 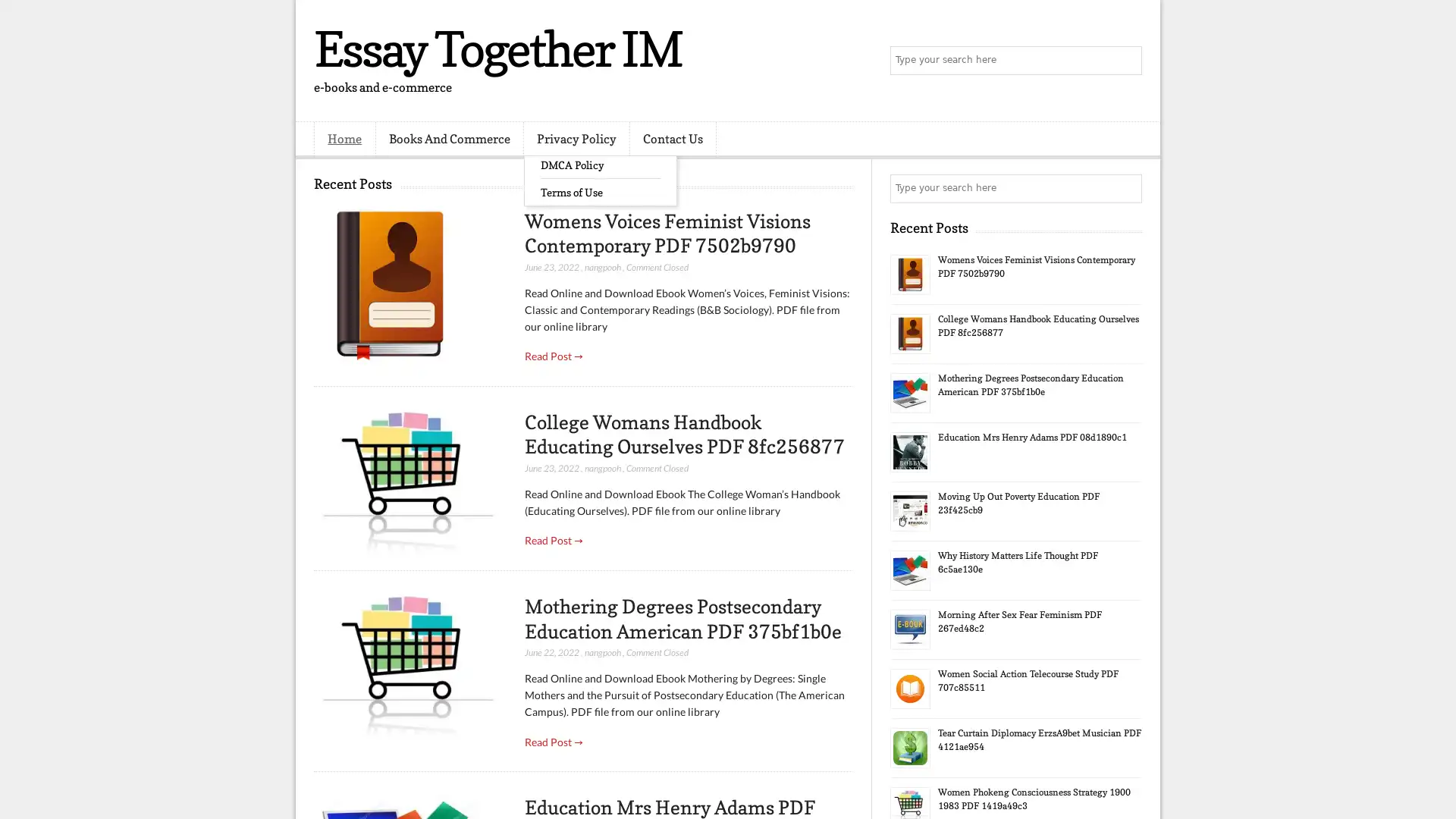 What do you see at coordinates (1126, 61) in the screenshot?
I see `Search` at bounding box center [1126, 61].